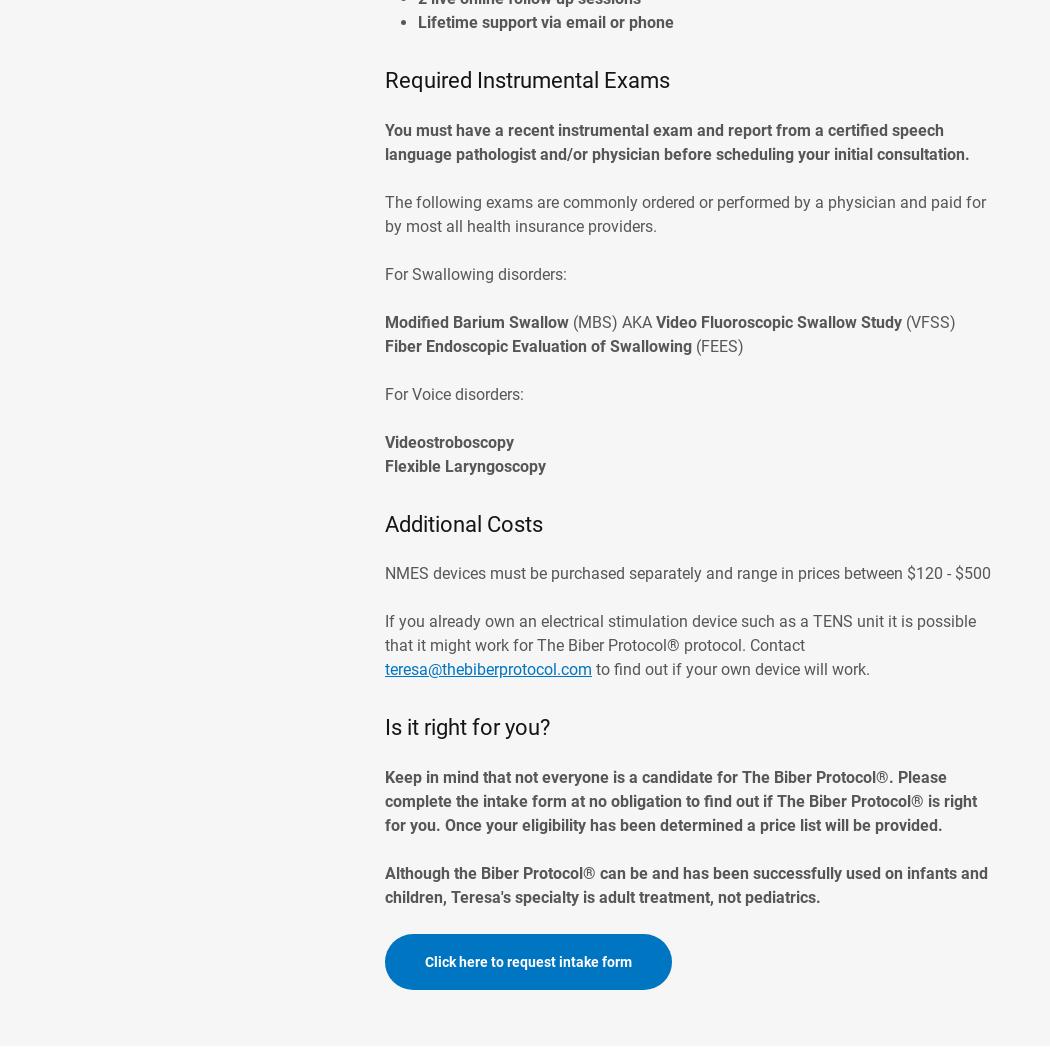 Image resolution: width=1050 pixels, height=1063 pixels. Describe the element at coordinates (687, 572) in the screenshot. I see `'NMES devices must be purchased separately and range in prices between $120 - $500'` at that location.